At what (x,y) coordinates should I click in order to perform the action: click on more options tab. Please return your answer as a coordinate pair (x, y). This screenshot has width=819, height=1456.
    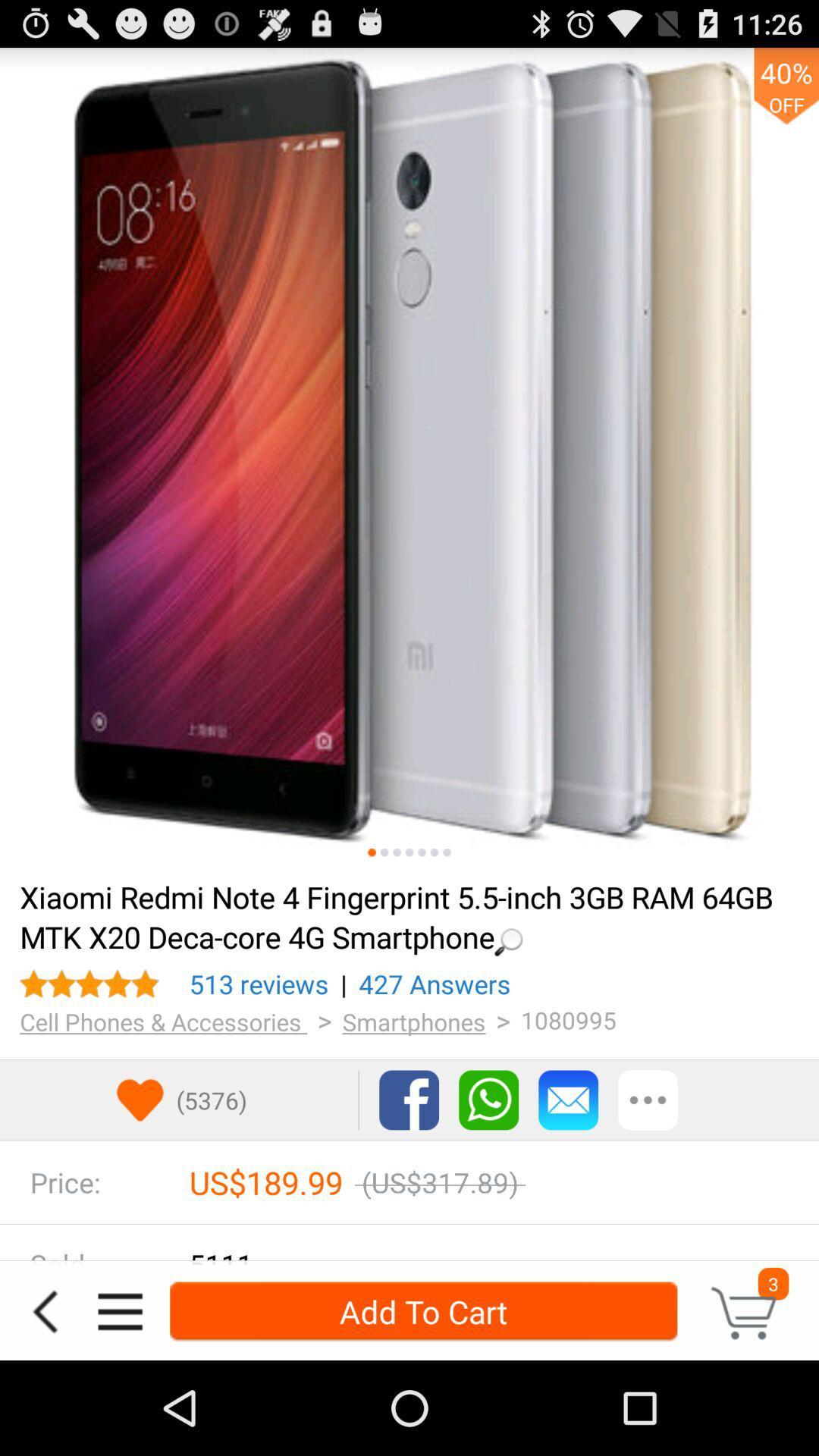
    Looking at the image, I should click on (648, 1100).